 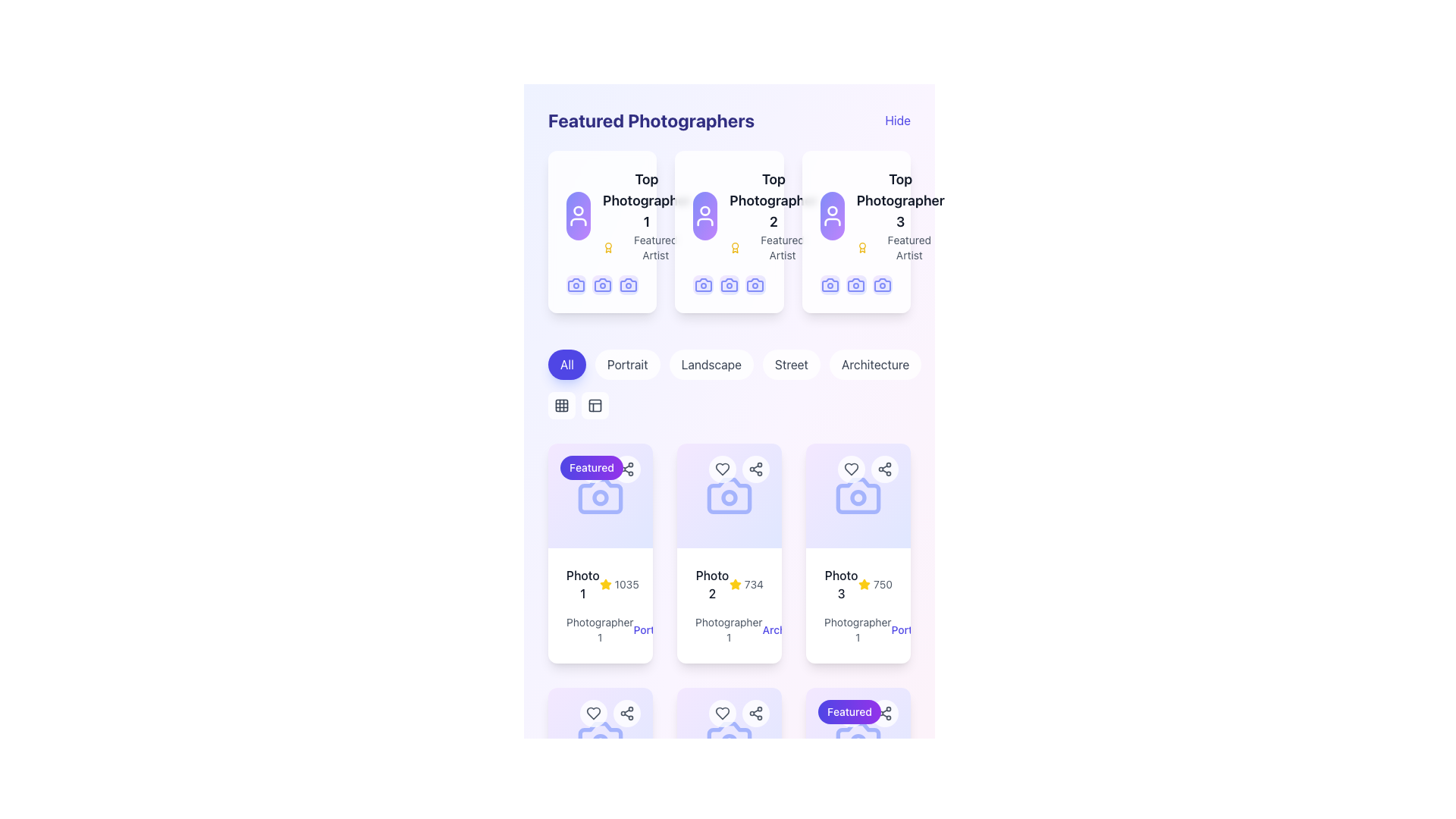 What do you see at coordinates (600, 739) in the screenshot?
I see `the SVG icon representing photography-related actions located in the fourth card from the left in the bottom row of a grid to initiate an interaction or view related content` at bounding box center [600, 739].